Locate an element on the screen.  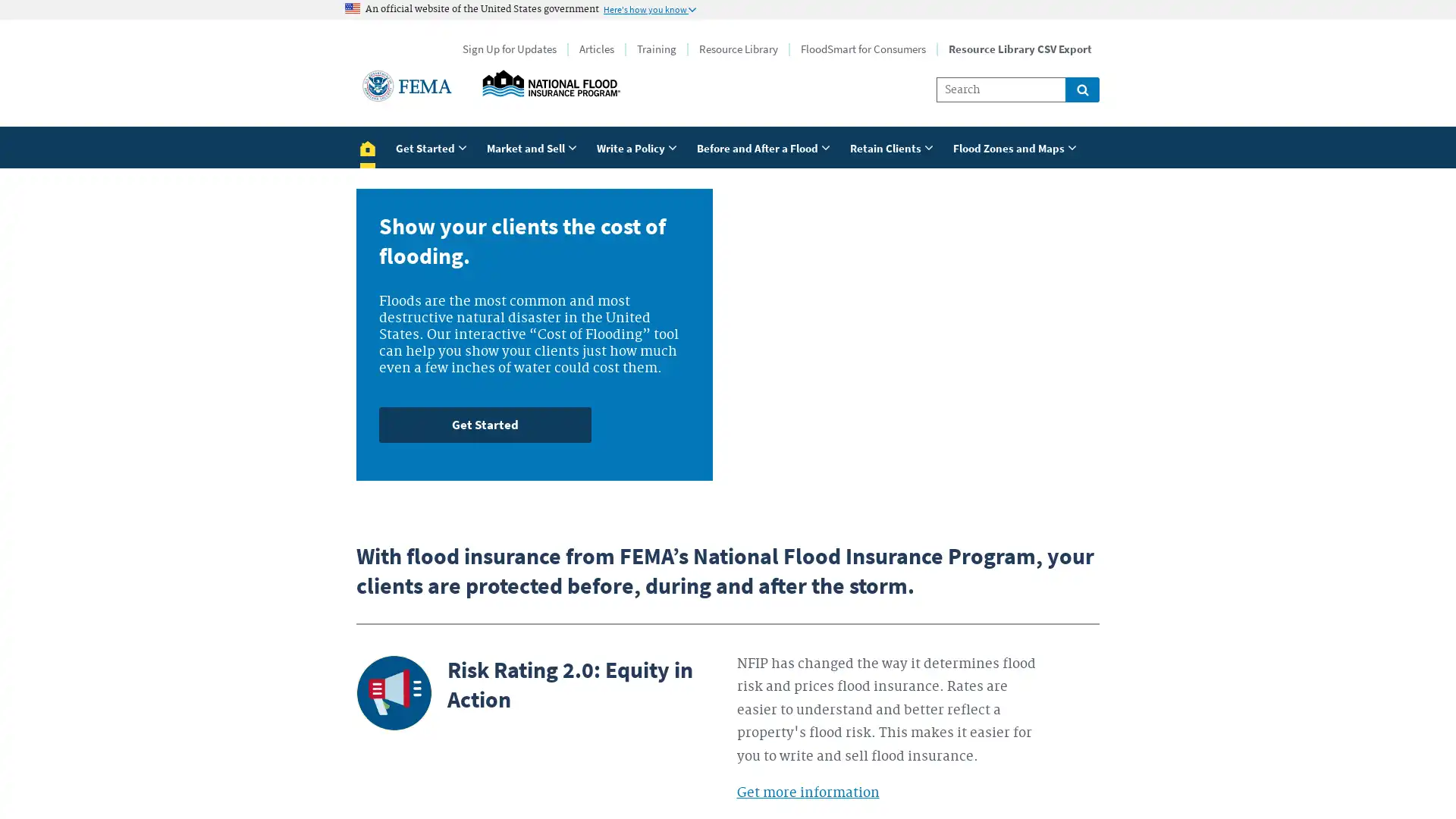
Global search for site links and content throught floodsmart is located at coordinates (1081, 89).